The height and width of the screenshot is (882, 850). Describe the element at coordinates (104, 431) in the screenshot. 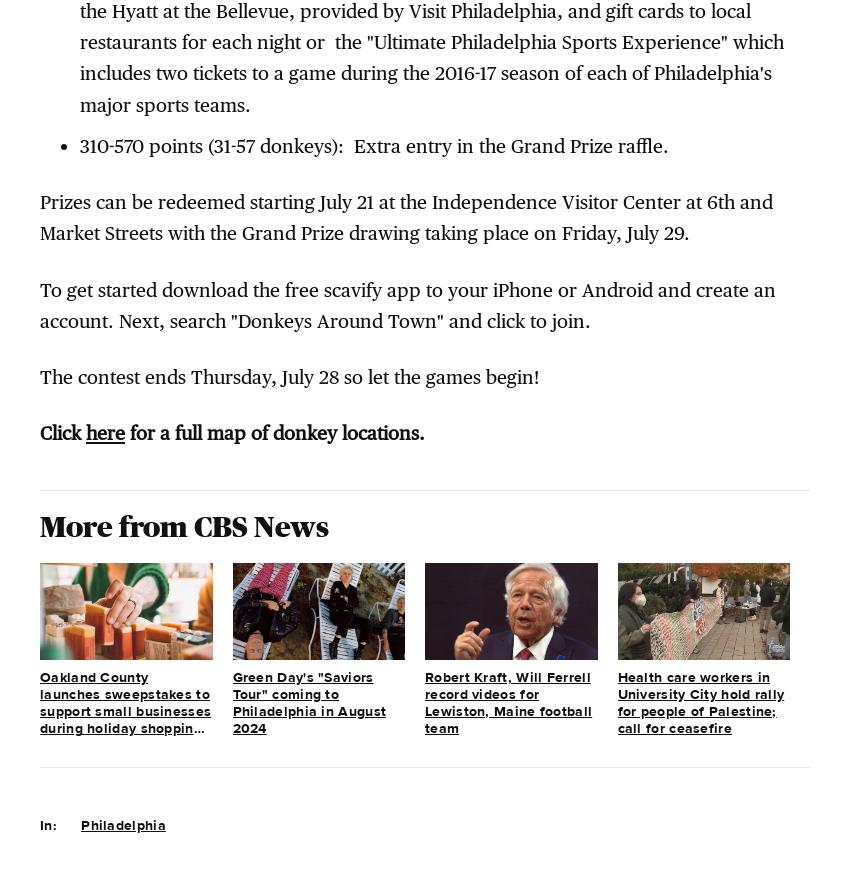

I see `'here'` at that location.